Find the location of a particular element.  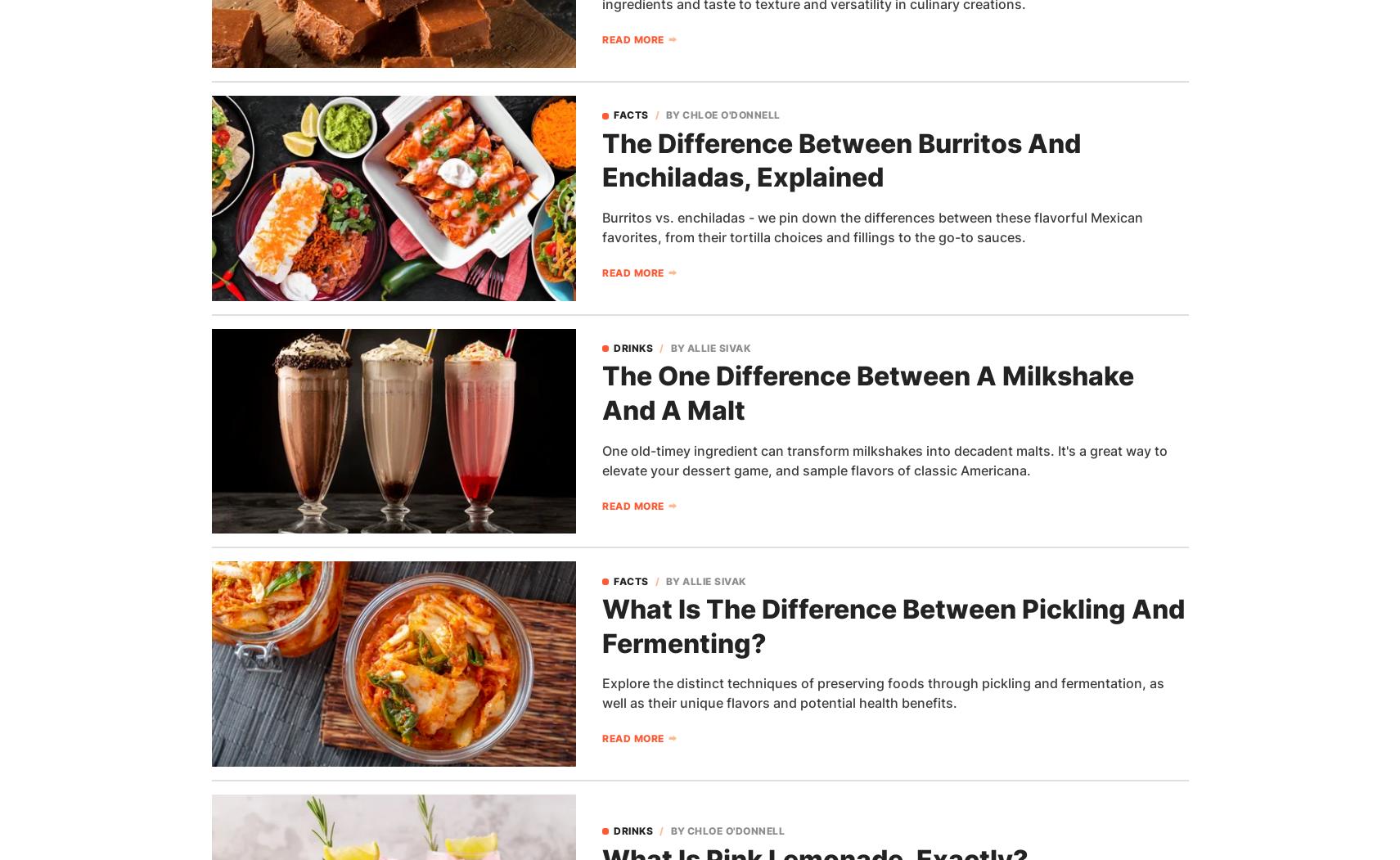

'The One Difference Between A Milkshake And A Malt' is located at coordinates (601, 392).